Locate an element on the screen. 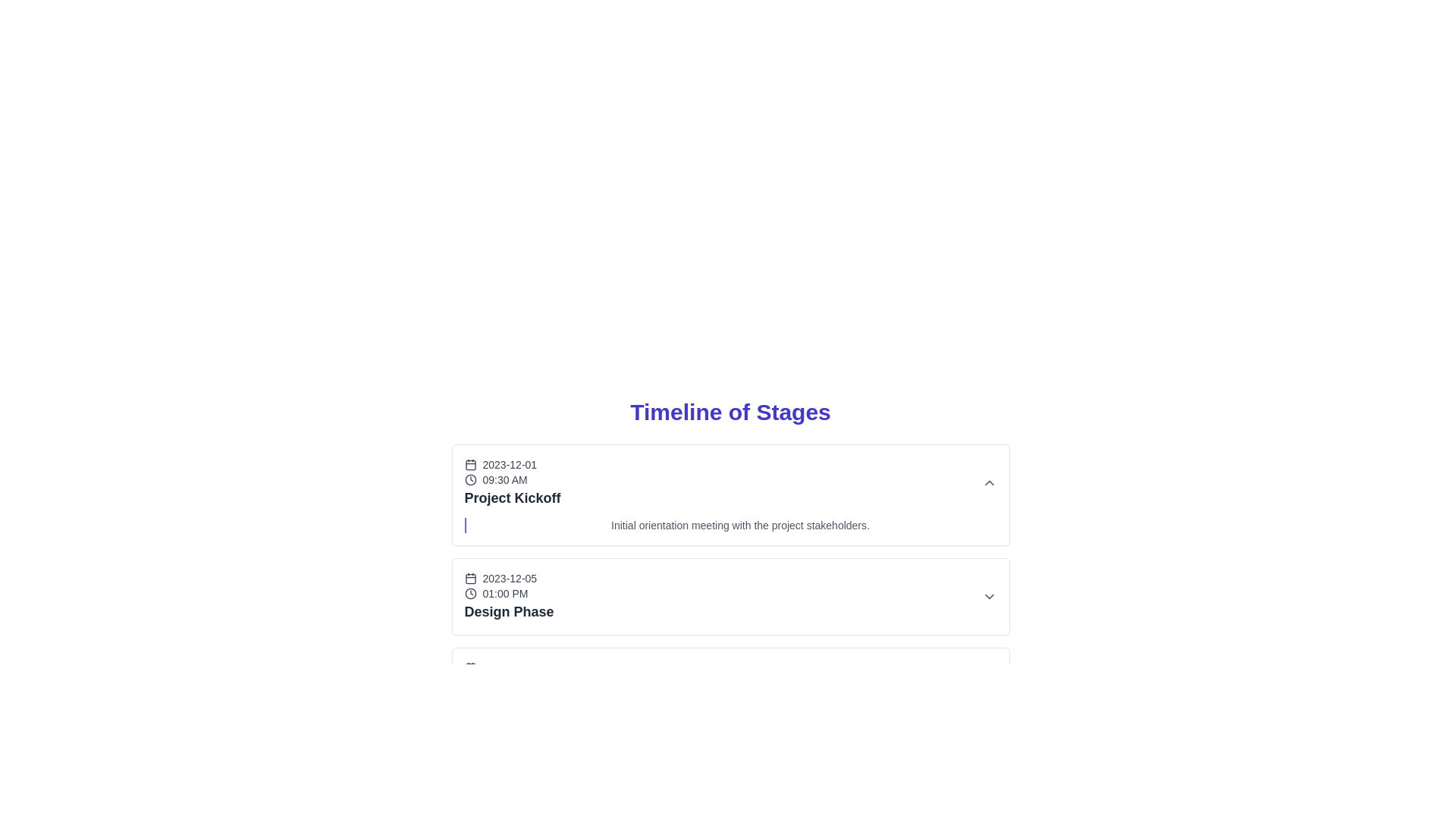  the text label that provides additional details about the project kickoff event, describing it as an 'Initial orientation meeting with the project stakeholders.' is located at coordinates (730, 525).